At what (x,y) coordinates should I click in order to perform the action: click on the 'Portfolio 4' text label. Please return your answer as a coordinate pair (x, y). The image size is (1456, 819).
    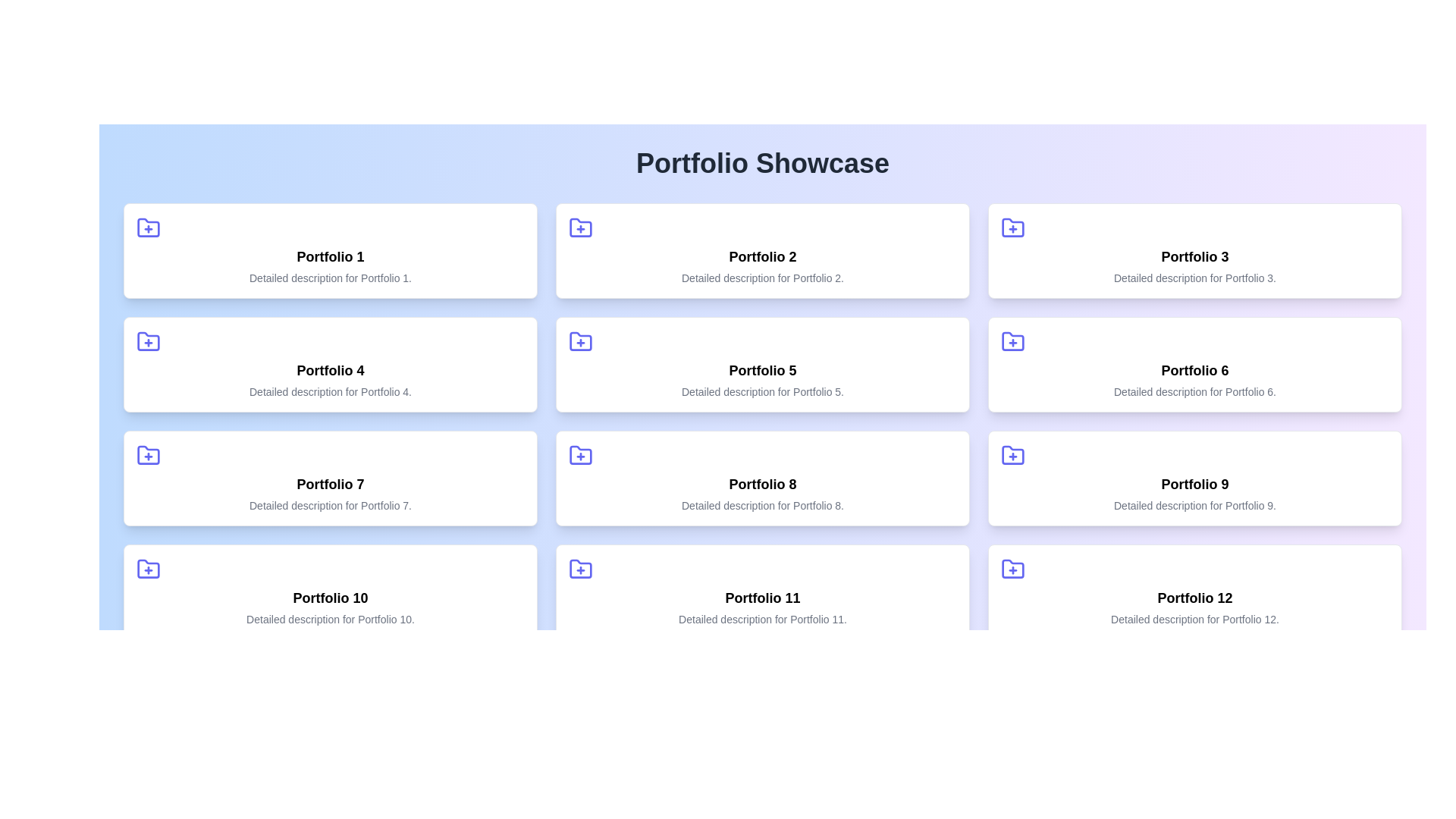
    Looking at the image, I should click on (330, 371).